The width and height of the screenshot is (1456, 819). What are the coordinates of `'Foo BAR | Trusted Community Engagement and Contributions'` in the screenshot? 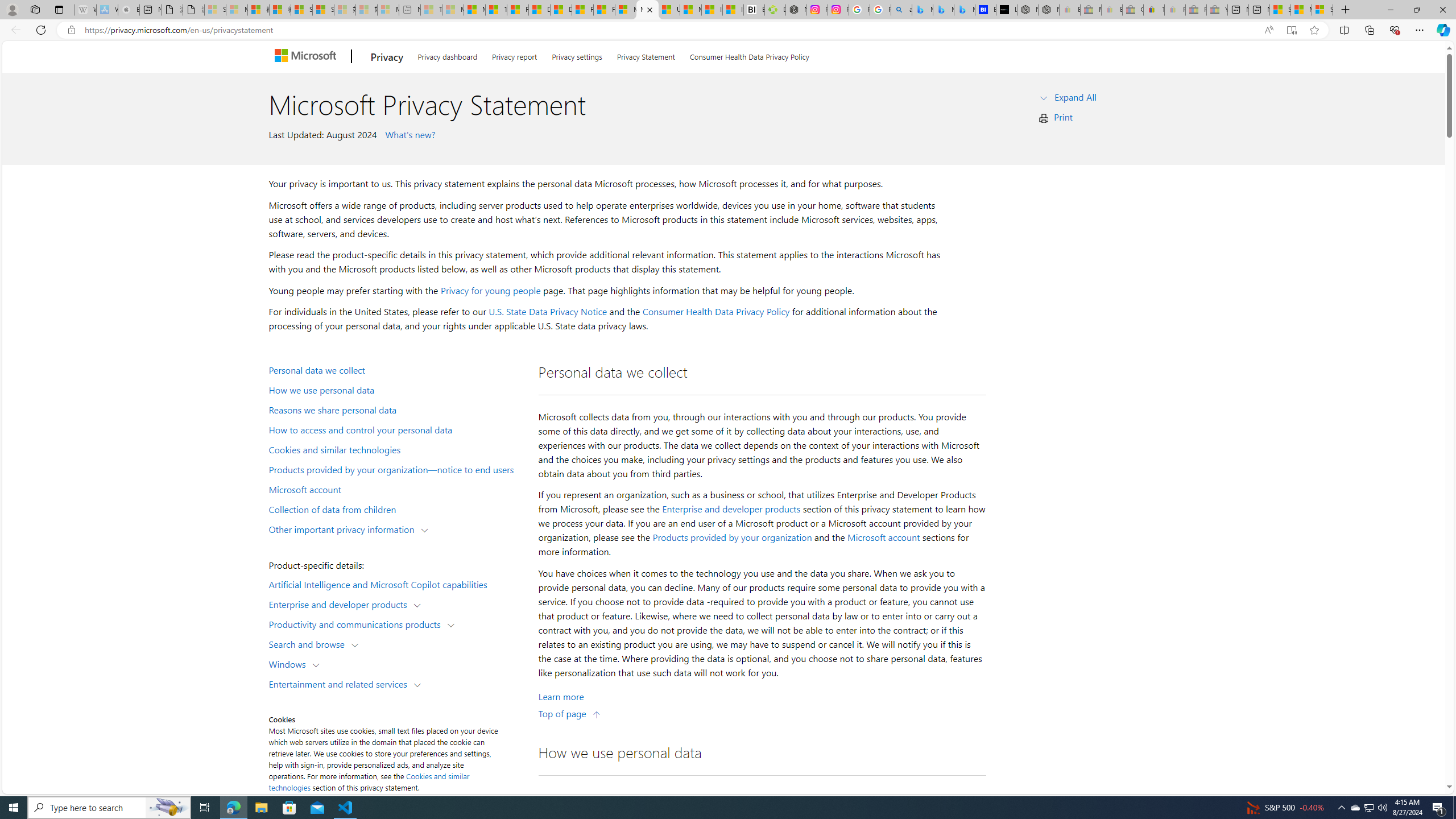 It's located at (603, 9).